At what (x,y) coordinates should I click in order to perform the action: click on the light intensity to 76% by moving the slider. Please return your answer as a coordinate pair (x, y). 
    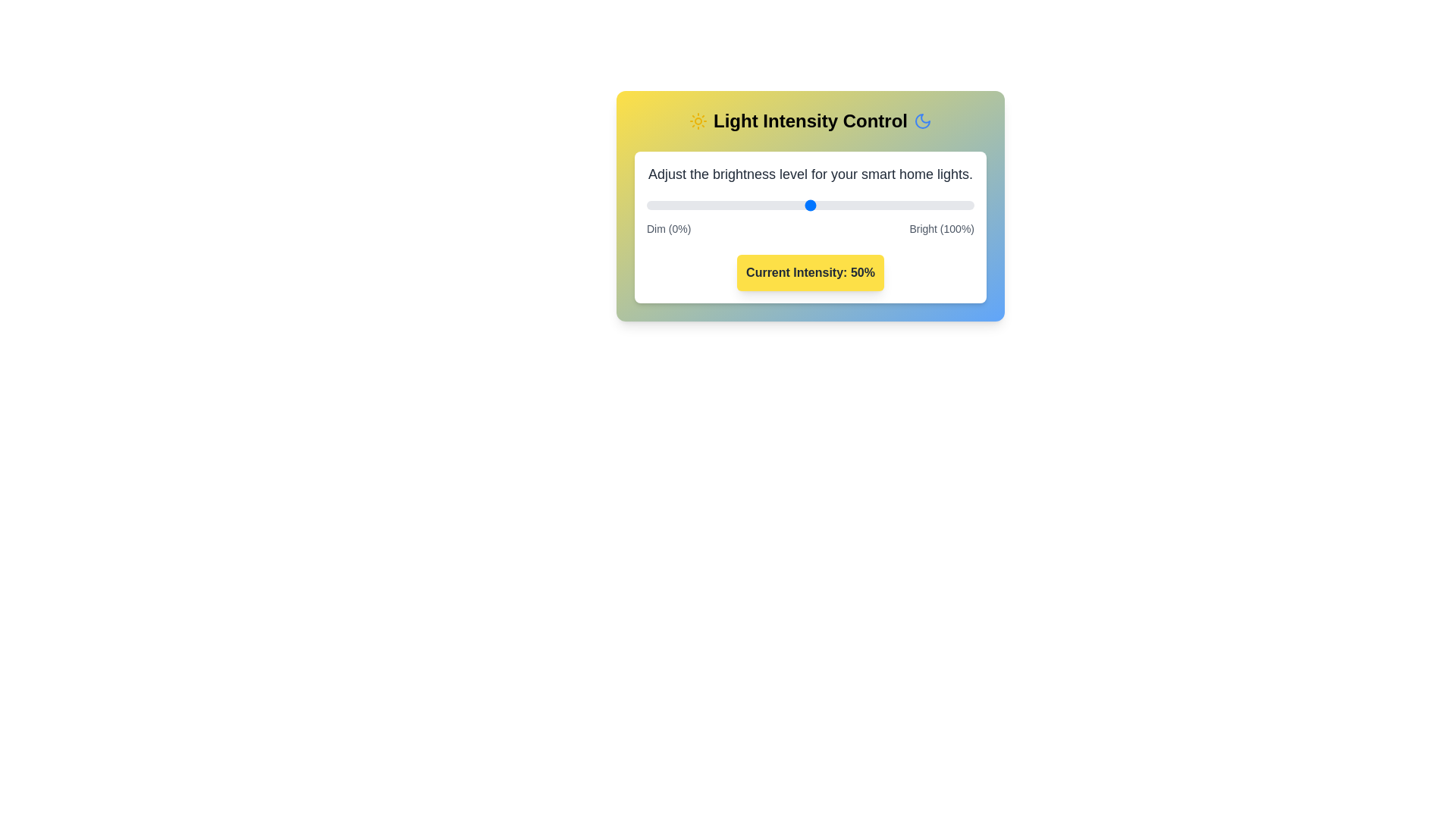
    Looking at the image, I should click on (896, 205).